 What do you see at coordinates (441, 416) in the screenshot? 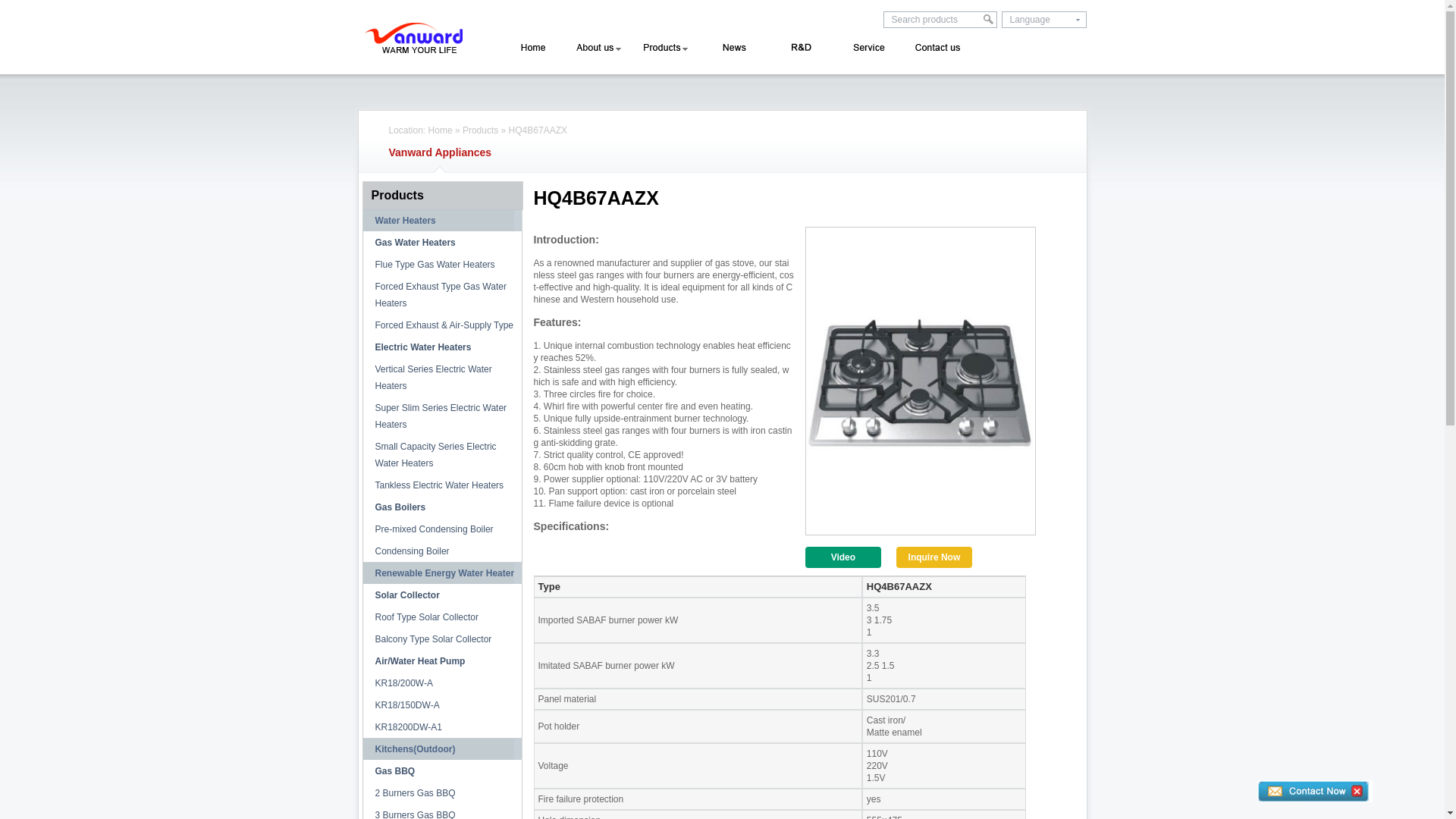
I see `'Super Slim Series Electric Water Heaters'` at bounding box center [441, 416].